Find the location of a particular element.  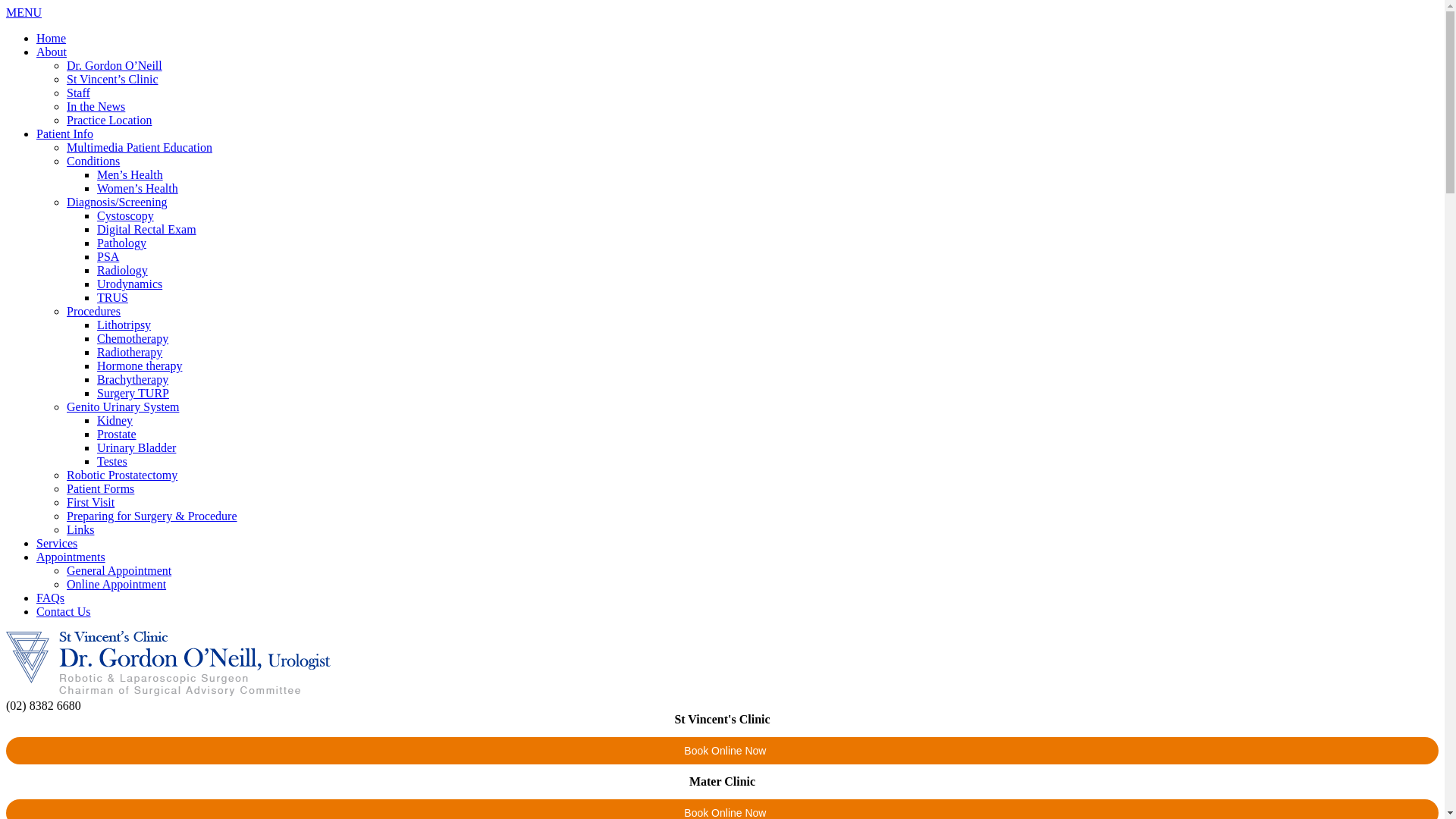

'First Visit' is located at coordinates (89, 502).